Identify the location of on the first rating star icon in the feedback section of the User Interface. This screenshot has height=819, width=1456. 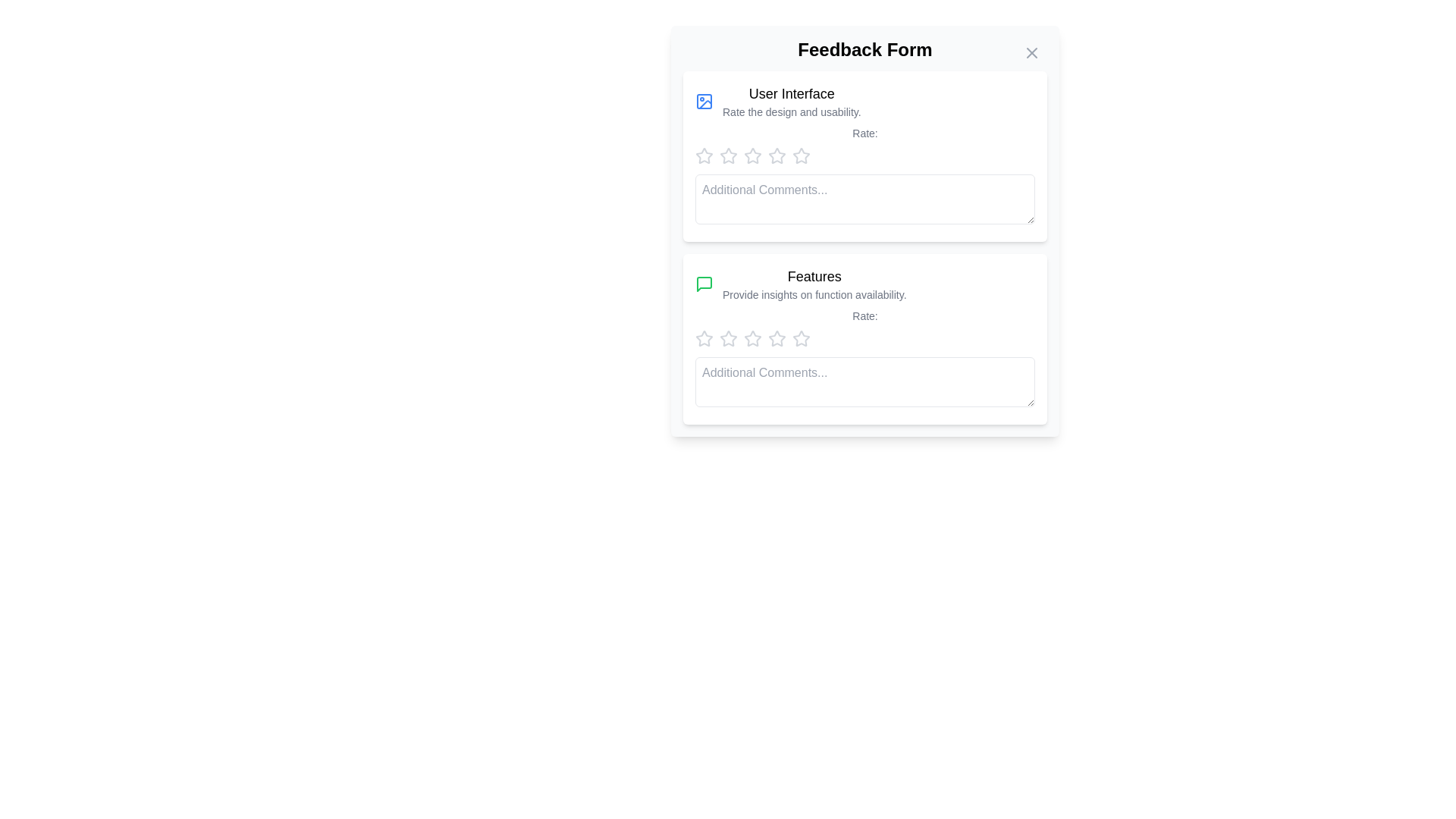
(704, 155).